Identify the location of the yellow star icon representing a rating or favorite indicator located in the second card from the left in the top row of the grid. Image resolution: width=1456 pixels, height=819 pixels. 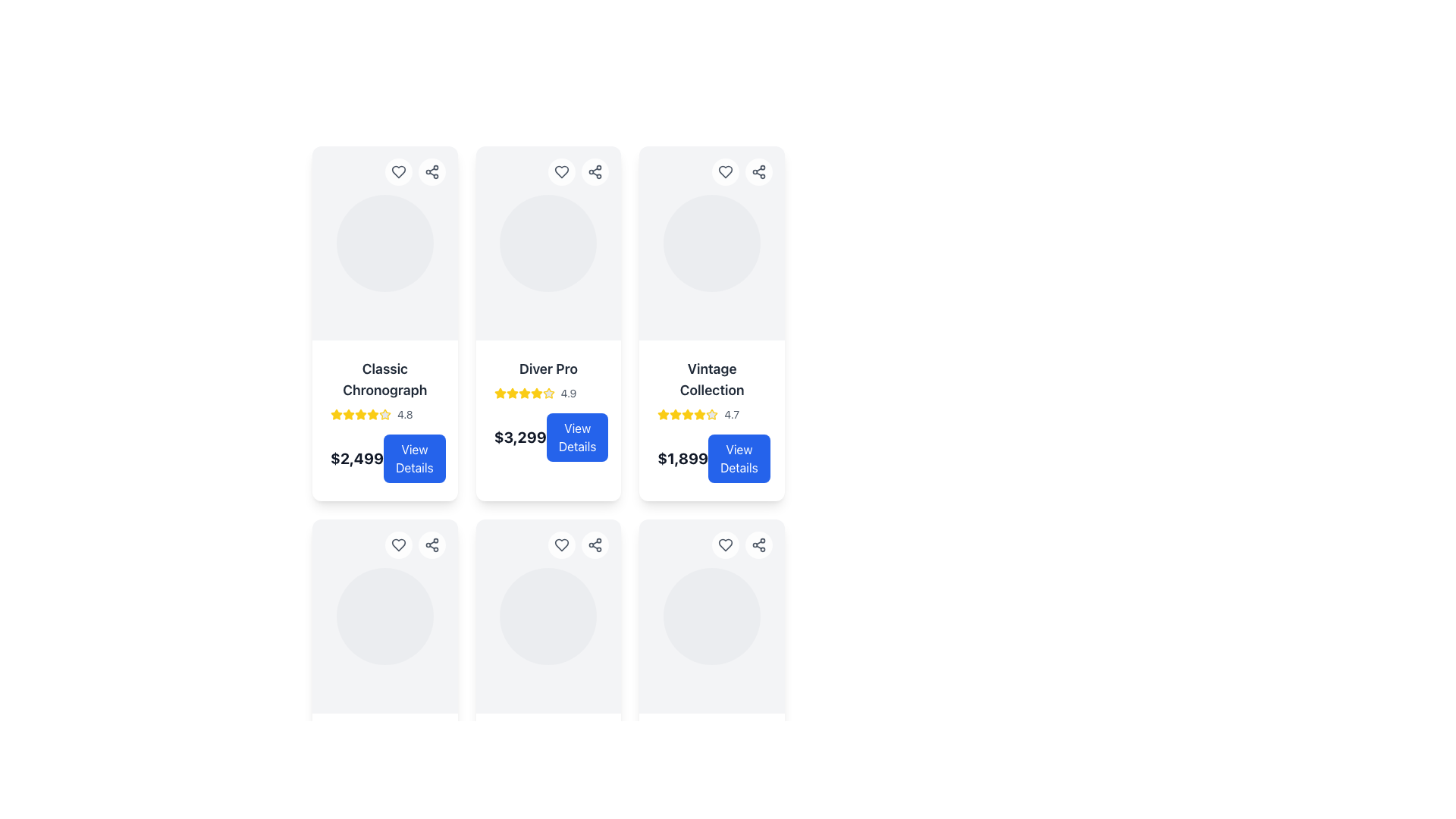
(524, 392).